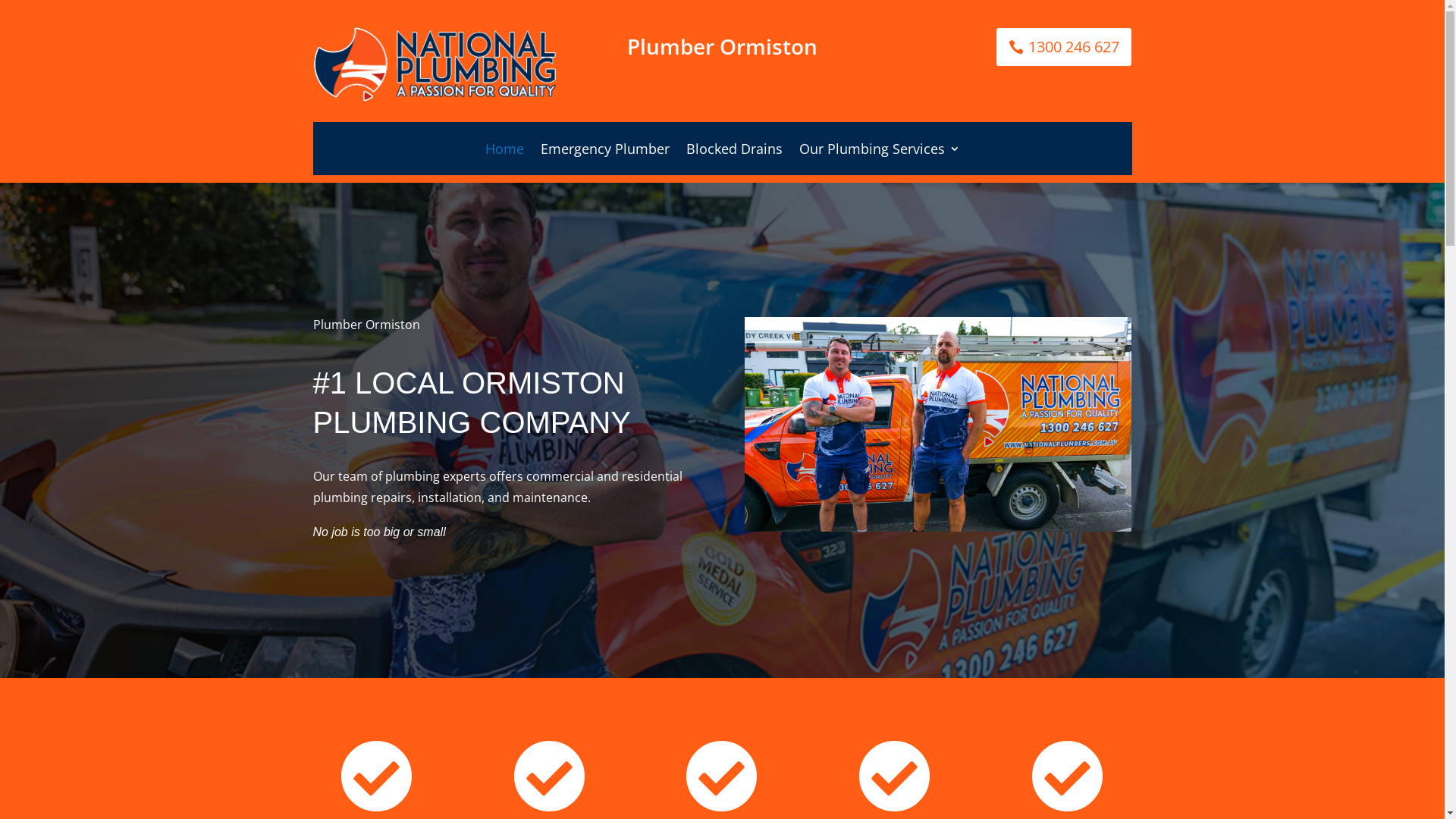  Describe the element at coordinates (432, 63) in the screenshot. I see `'National Plumbing Ormiston'` at that location.